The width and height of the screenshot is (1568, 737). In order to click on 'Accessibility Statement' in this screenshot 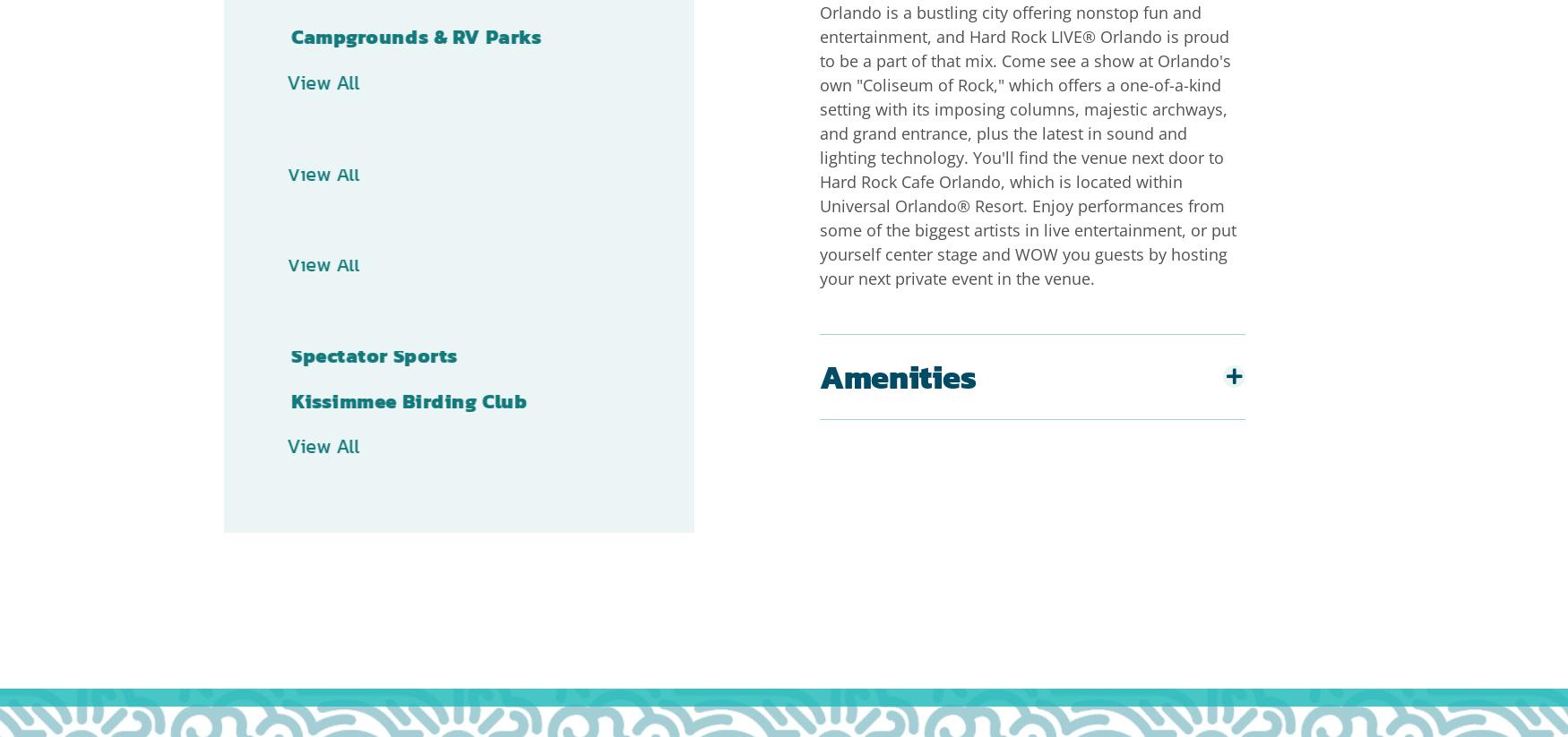, I will do `click(751, 698)`.